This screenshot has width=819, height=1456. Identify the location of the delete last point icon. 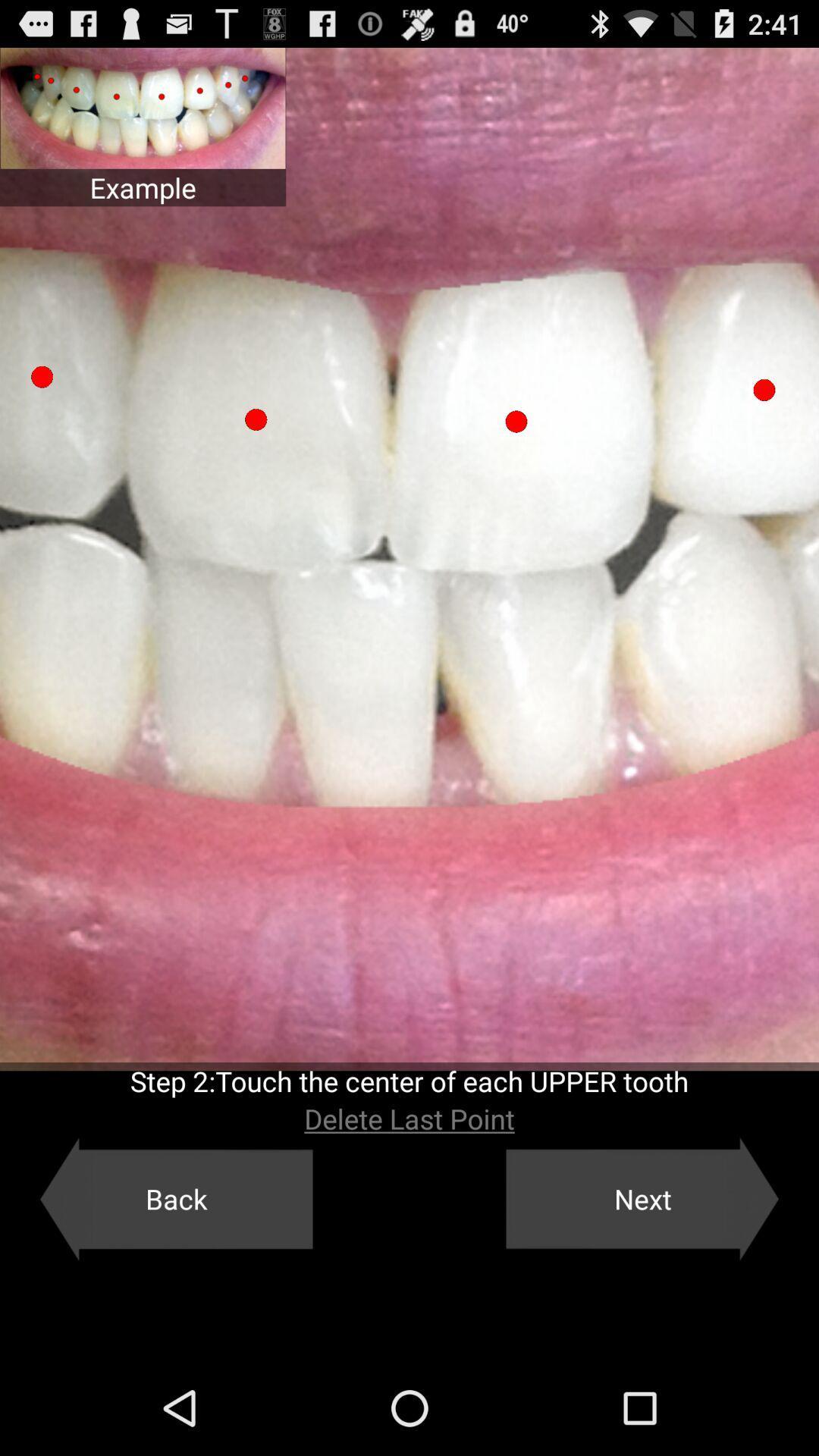
(409, 1119).